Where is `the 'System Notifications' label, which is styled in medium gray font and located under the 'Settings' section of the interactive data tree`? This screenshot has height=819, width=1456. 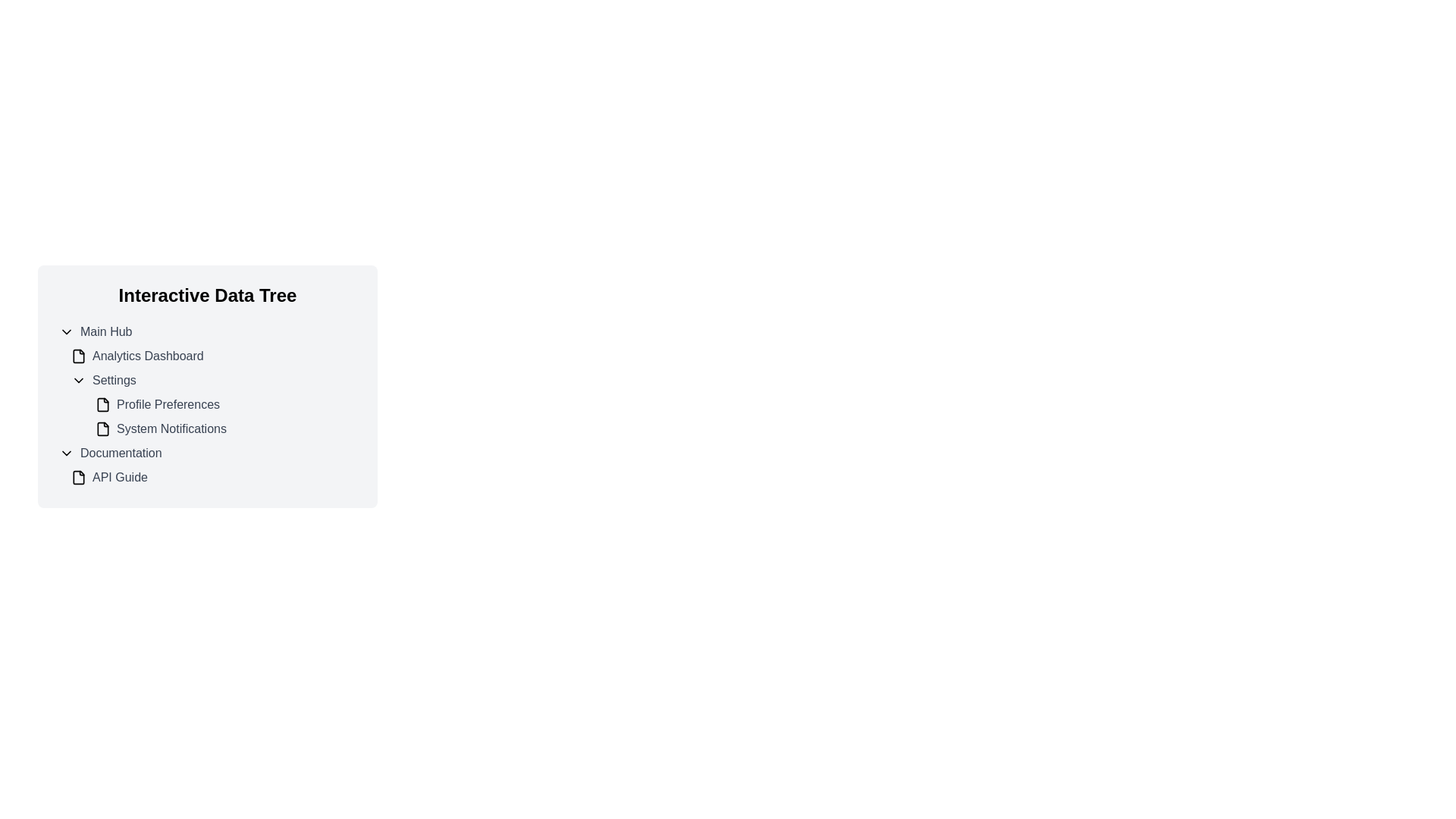
the 'System Notifications' label, which is styled in medium gray font and located under the 'Settings' section of the interactive data tree is located at coordinates (171, 429).